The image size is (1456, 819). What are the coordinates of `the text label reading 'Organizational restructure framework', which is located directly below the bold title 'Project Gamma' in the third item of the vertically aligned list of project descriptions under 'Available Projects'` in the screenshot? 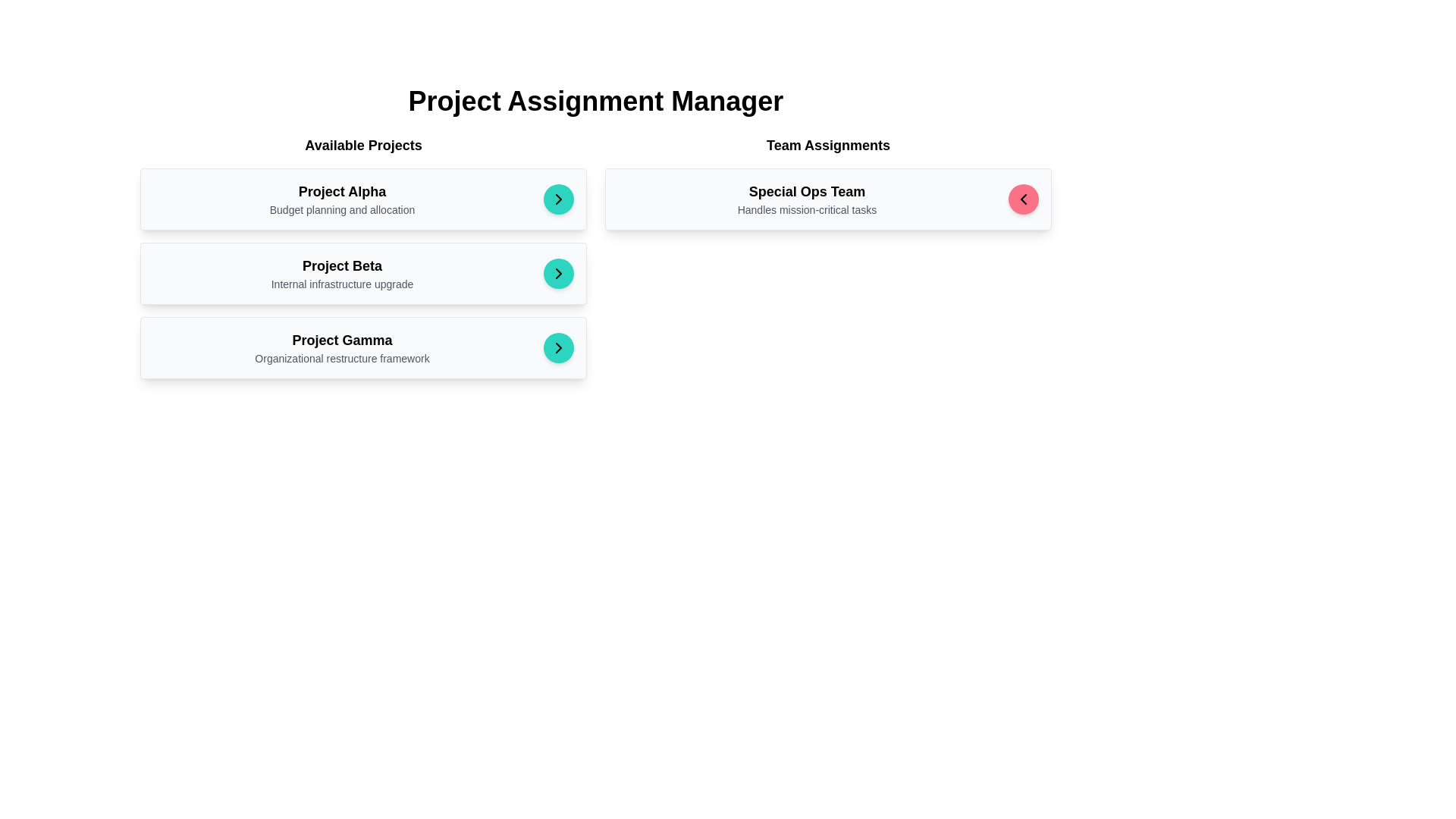 It's located at (341, 359).